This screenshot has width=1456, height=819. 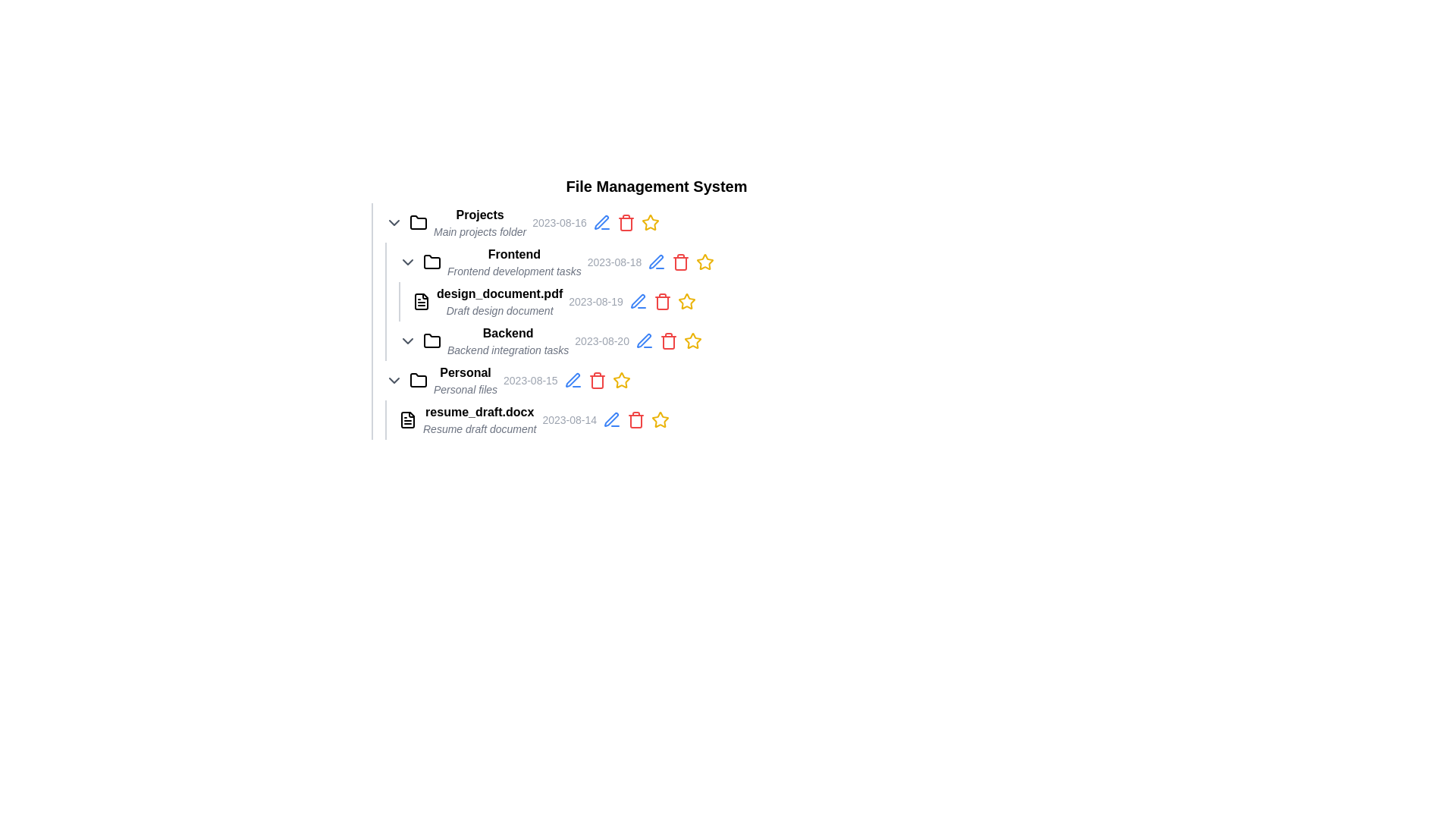 I want to click on the star icon at the far-right end of the row to mark the 'Backend integration tasks' item as a favorite, so click(x=692, y=341).